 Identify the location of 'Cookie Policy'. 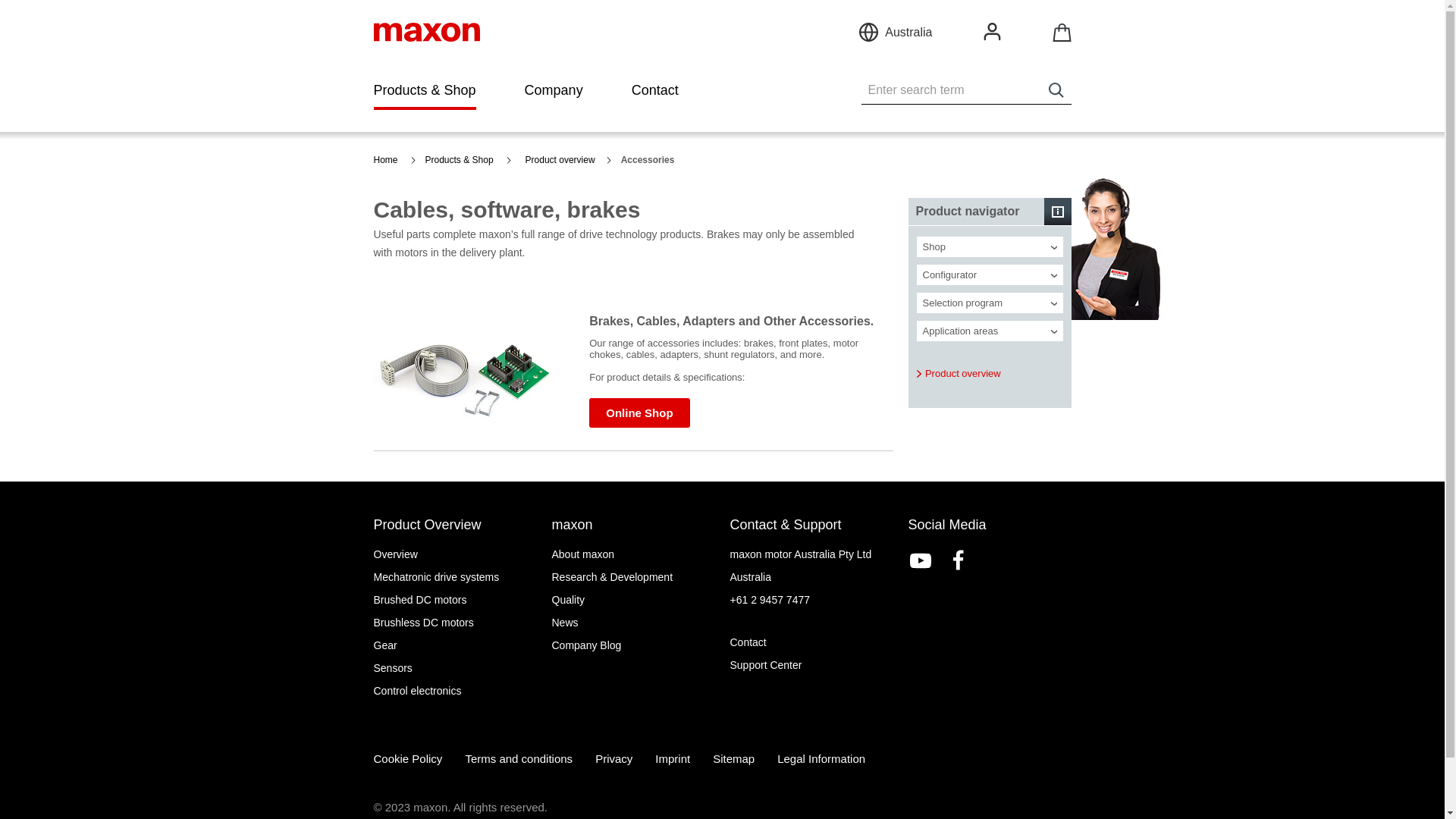
(407, 758).